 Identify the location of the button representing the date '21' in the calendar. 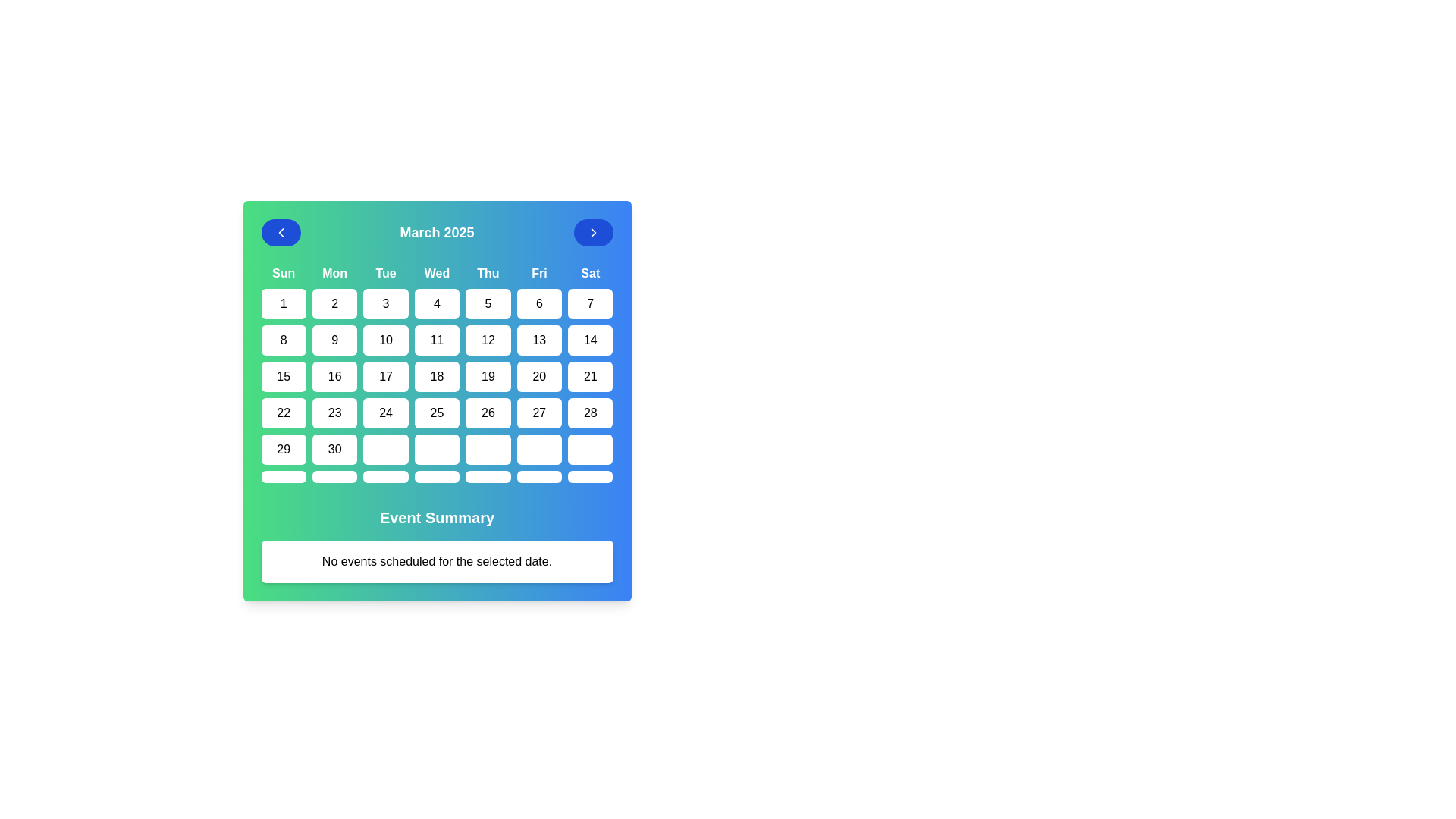
(589, 376).